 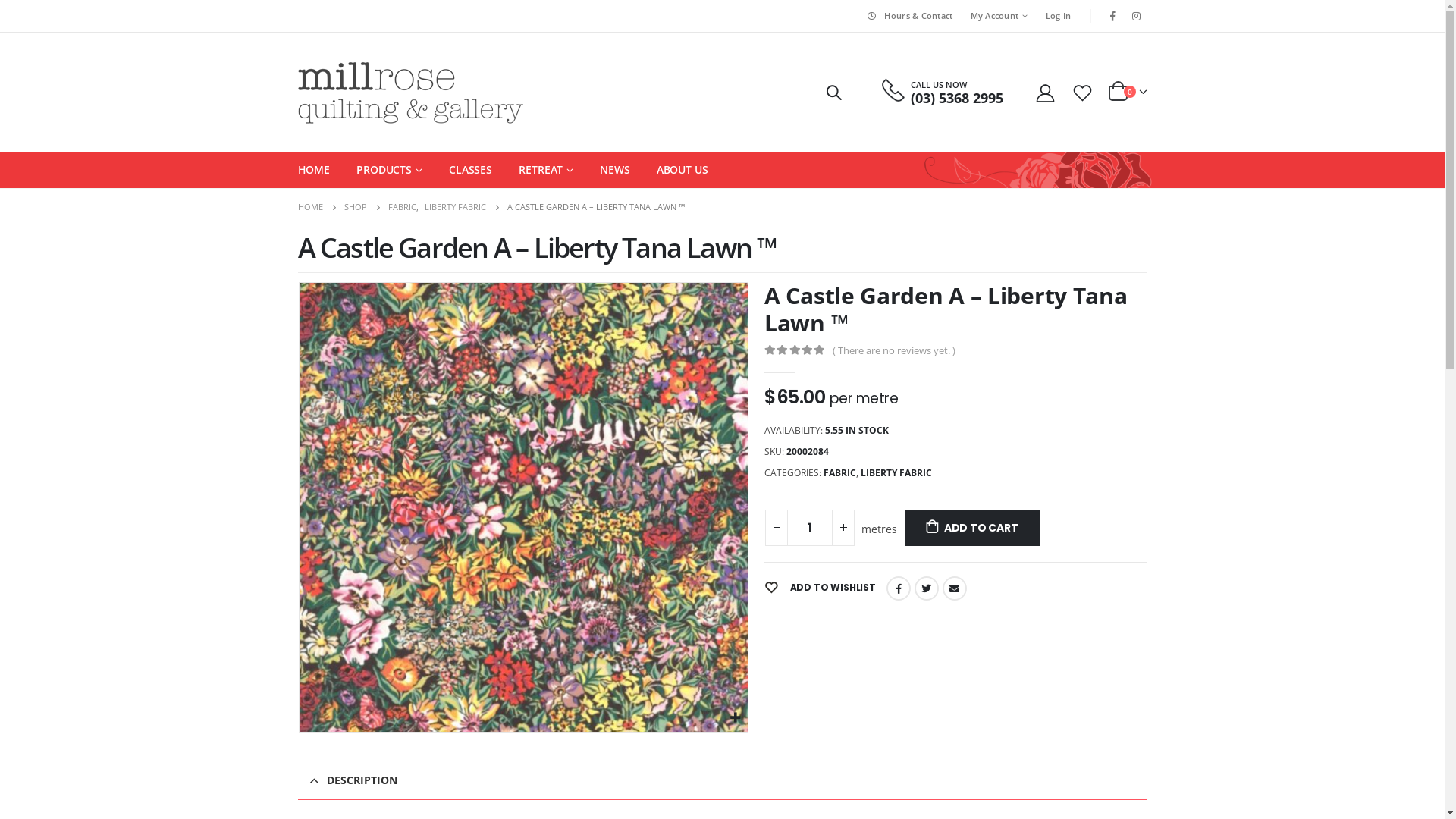 I want to click on '-', so click(x=764, y=526).